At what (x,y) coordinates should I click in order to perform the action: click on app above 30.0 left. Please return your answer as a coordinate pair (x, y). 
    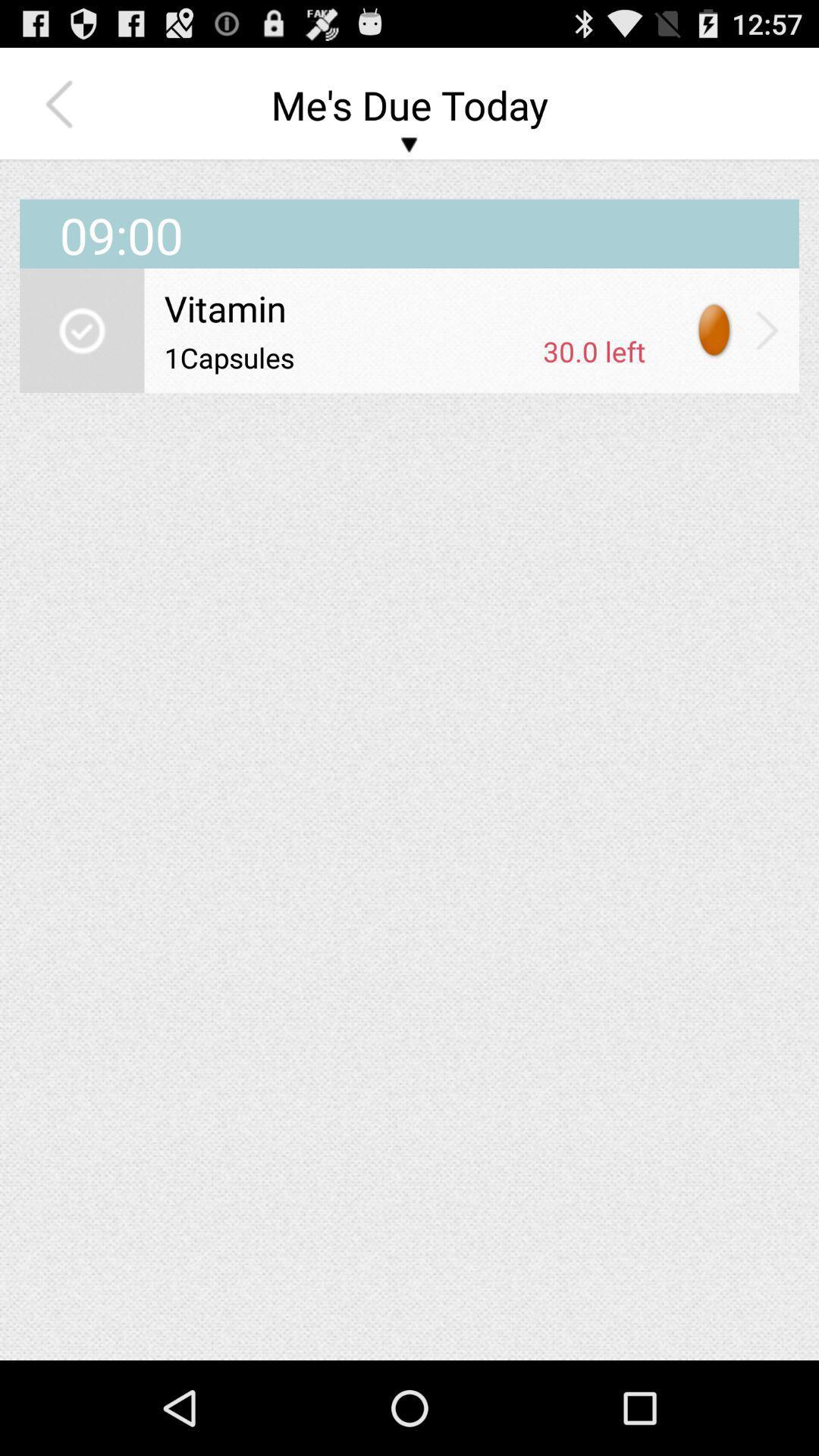
    Looking at the image, I should click on (403, 307).